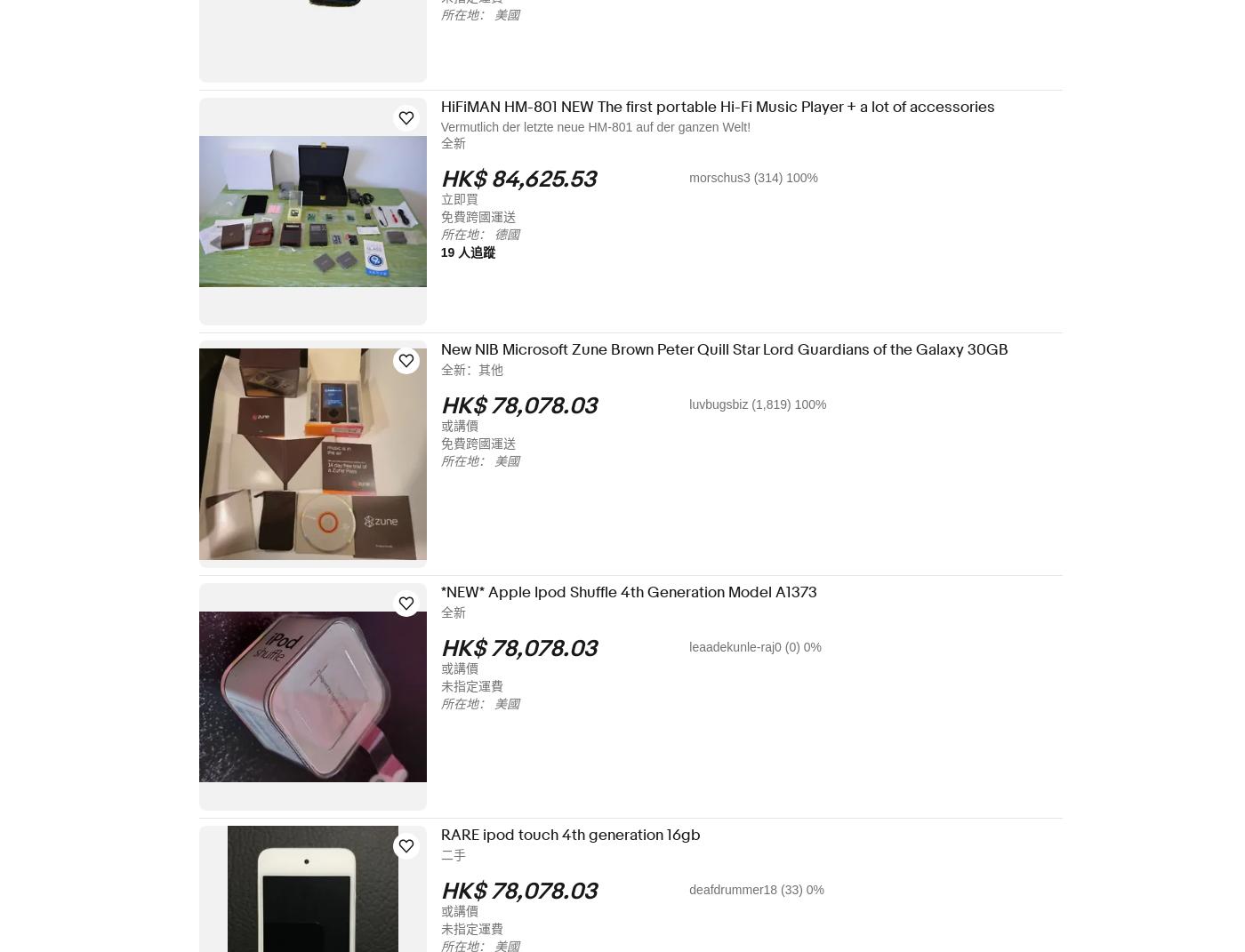  Describe the element at coordinates (729, 107) in the screenshot. I see `'HiFiMAN HM-801 NEW The first portable Hi-Fi Music Player + a lot of accessories'` at that location.